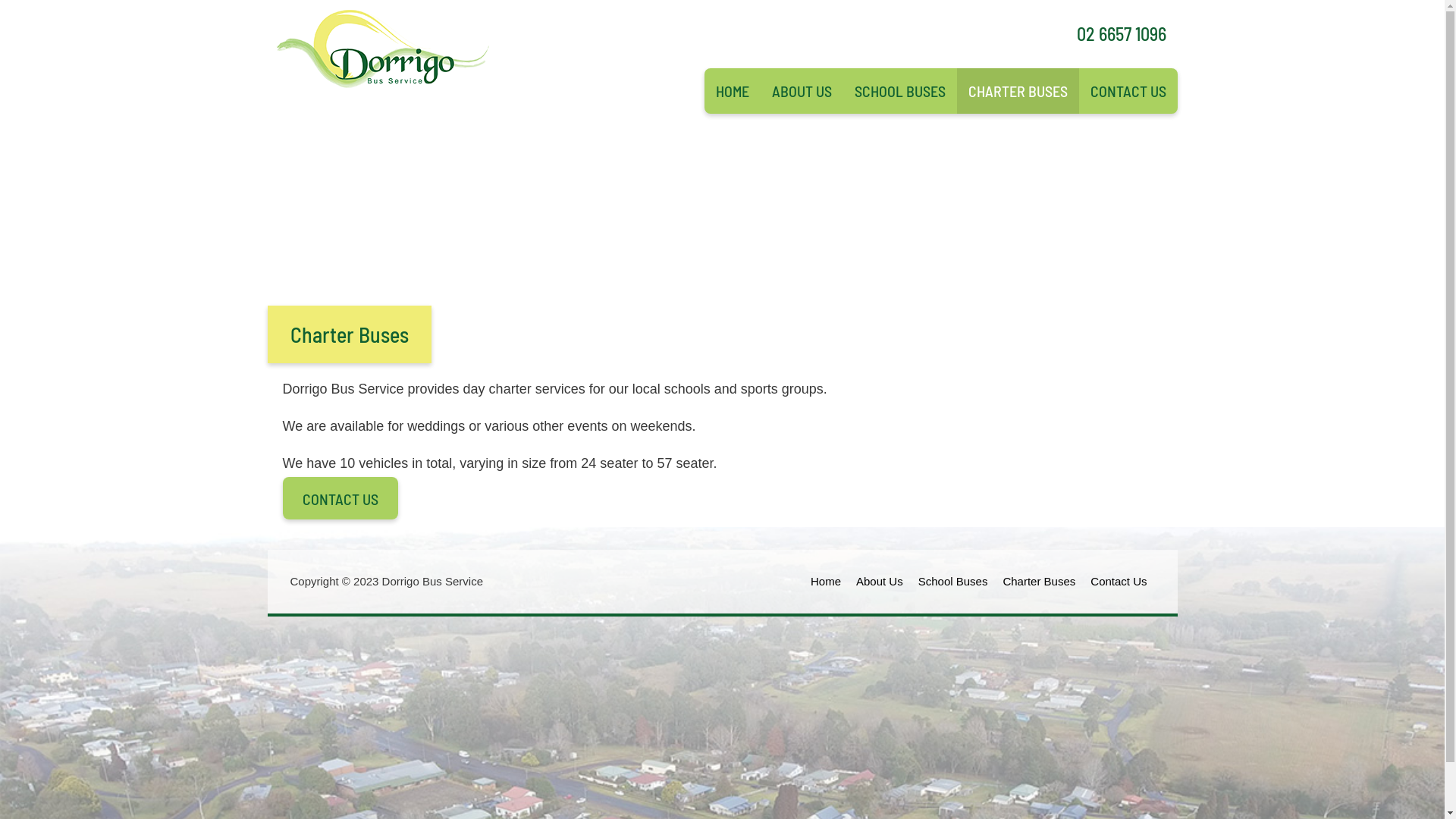 This screenshot has height=819, width=1456. What do you see at coordinates (1128, 90) in the screenshot?
I see `'CONTACT US'` at bounding box center [1128, 90].